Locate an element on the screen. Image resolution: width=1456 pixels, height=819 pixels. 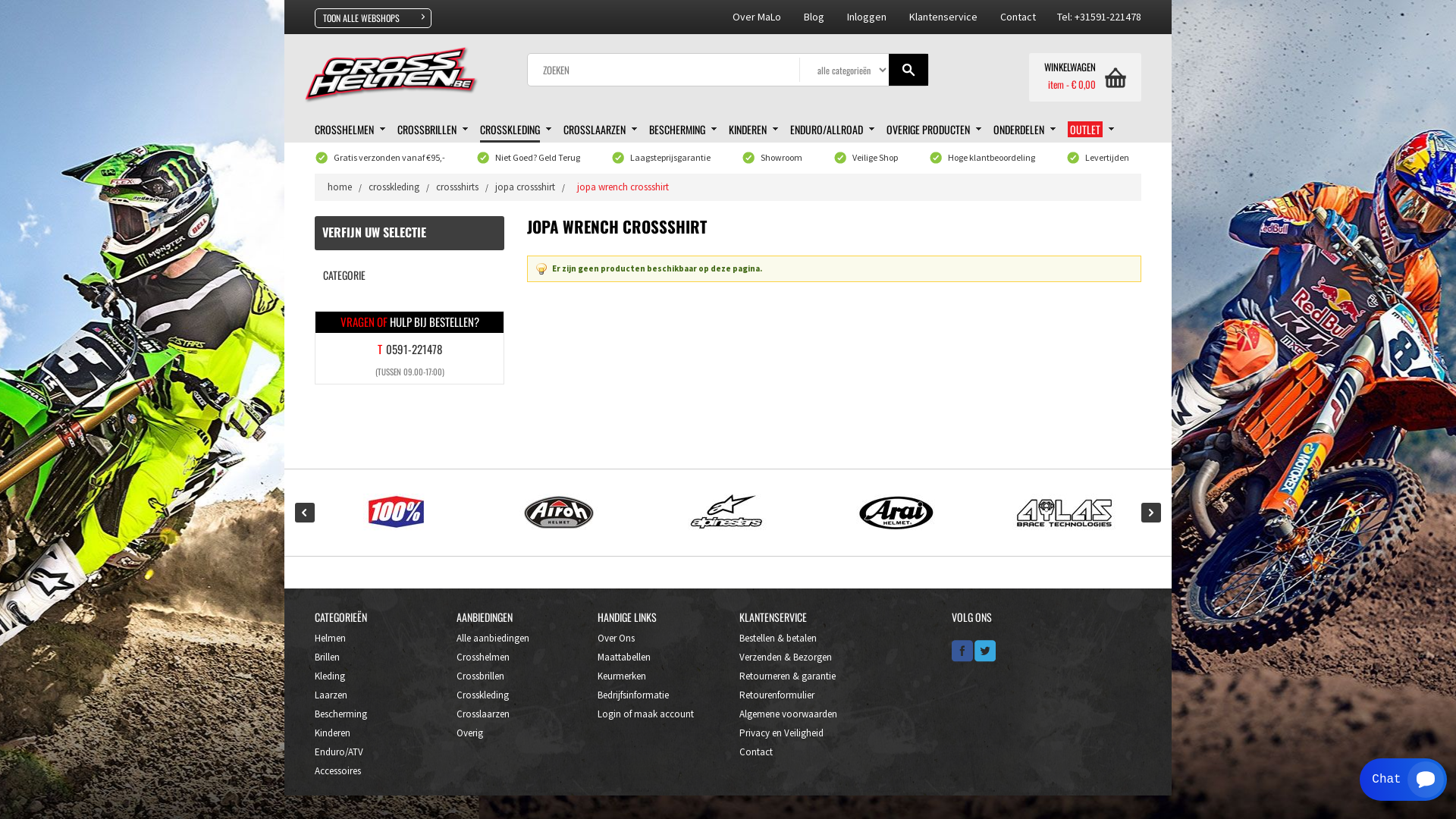
'Kleding' is located at coordinates (313, 674).